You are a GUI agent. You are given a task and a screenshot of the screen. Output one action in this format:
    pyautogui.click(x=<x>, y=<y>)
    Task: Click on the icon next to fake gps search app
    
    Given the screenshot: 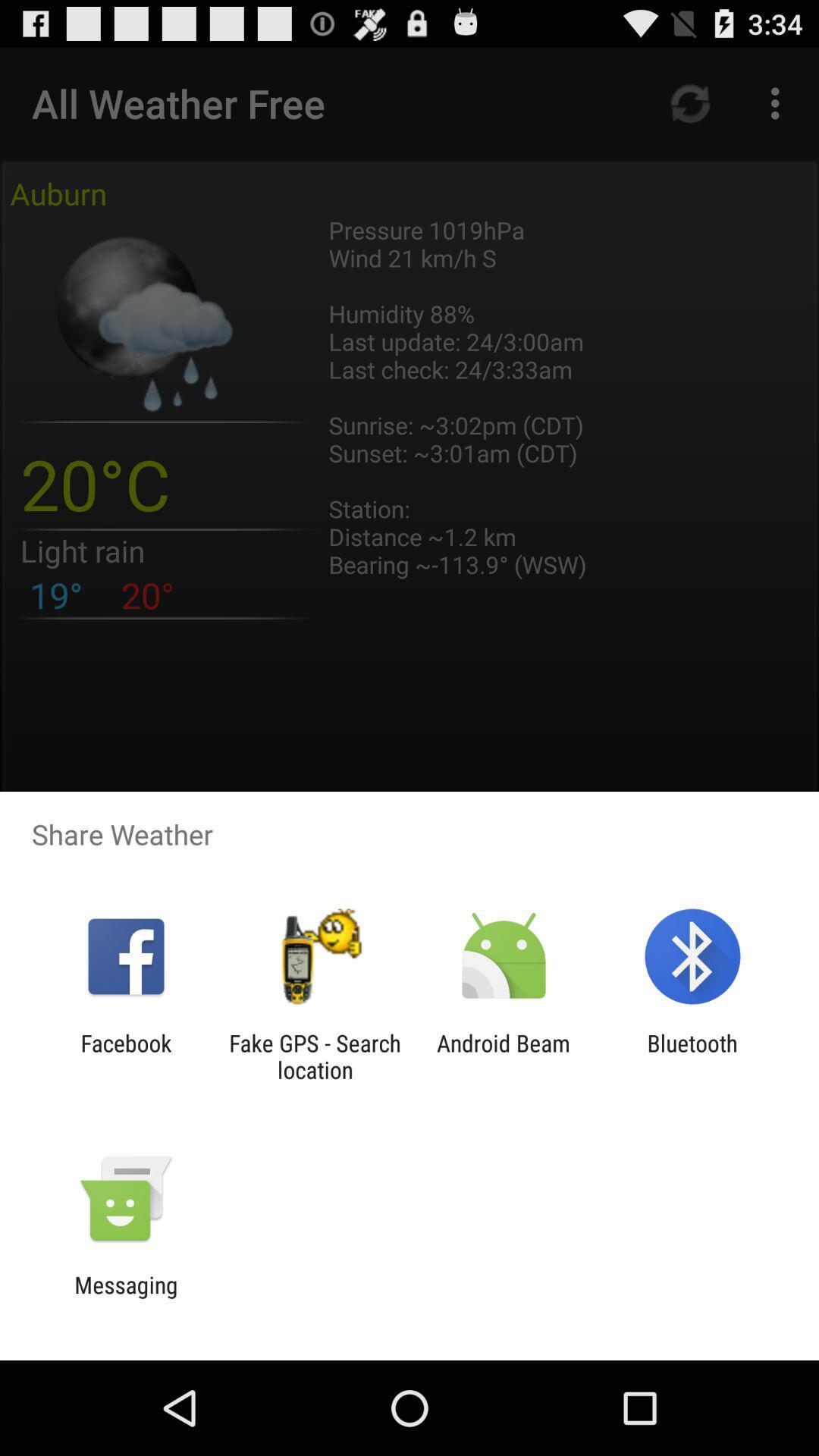 What is the action you would take?
    pyautogui.click(x=504, y=1056)
    